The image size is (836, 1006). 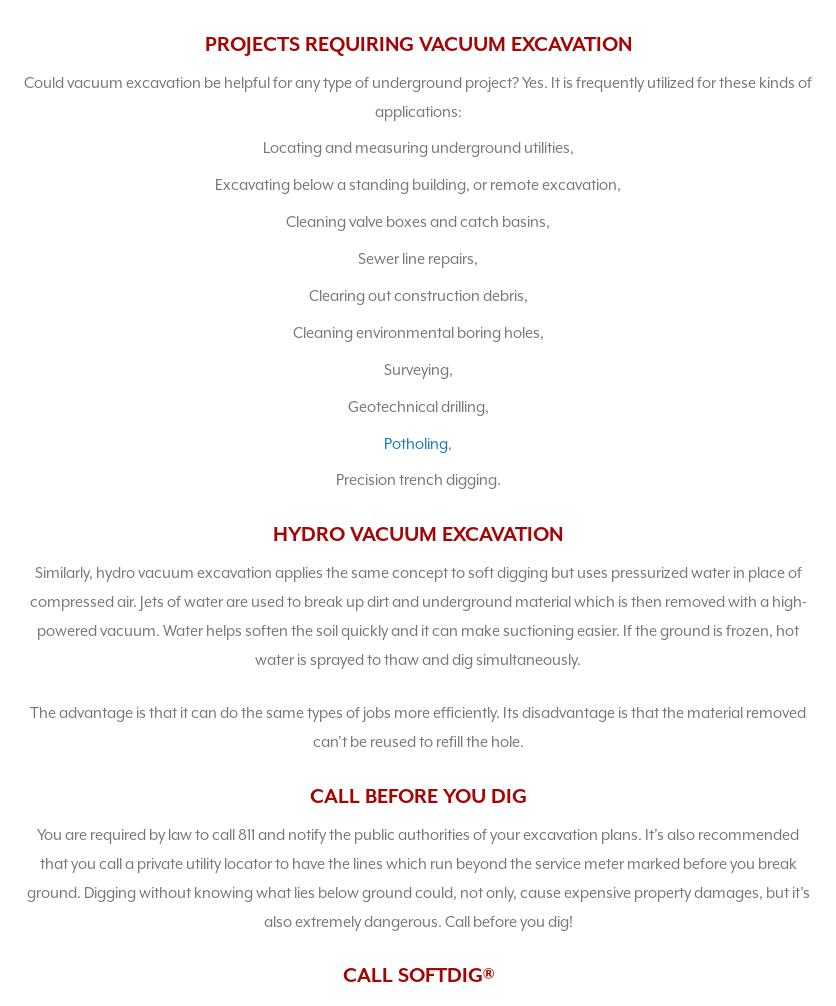 What do you see at coordinates (382, 441) in the screenshot?
I see `'Potholing'` at bounding box center [382, 441].